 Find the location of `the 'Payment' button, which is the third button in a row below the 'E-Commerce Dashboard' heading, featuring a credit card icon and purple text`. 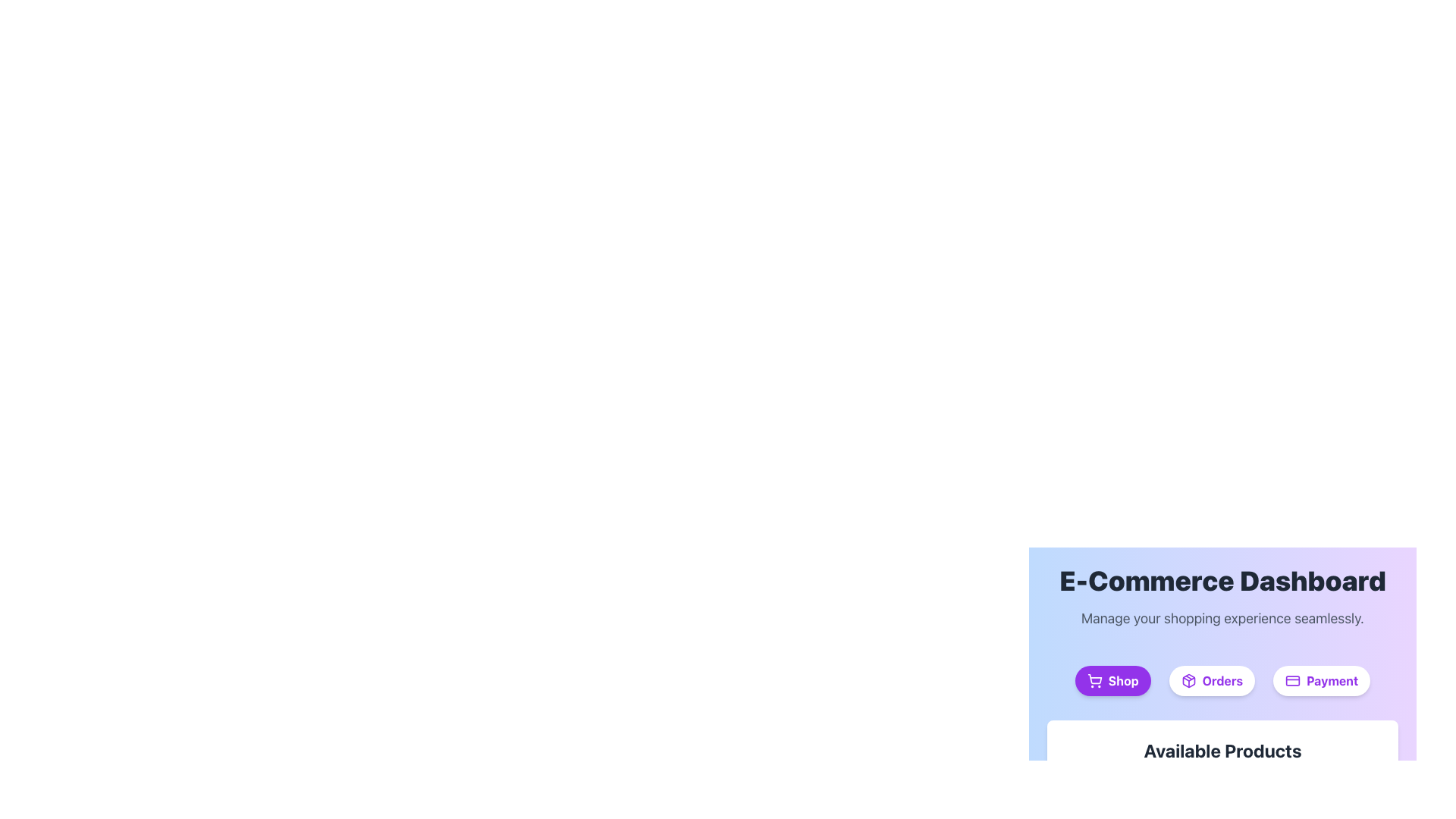

the 'Payment' button, which is the third button in a row below the 'E-Commerce Dashboard' heading, featuring a credit card icon and purple text is located at coordinates (1321, 680).